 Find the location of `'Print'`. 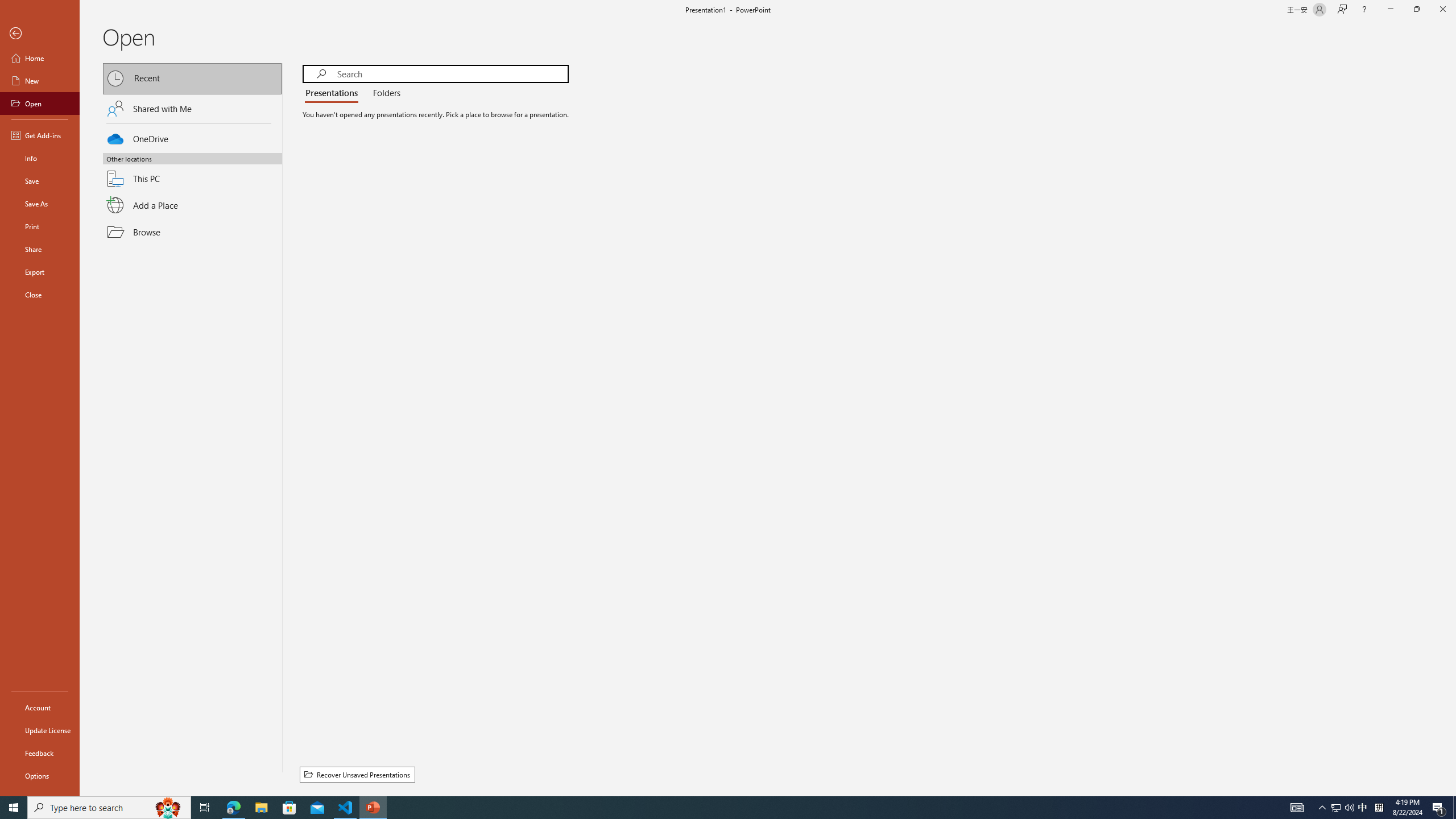

'Print' is located at coordinates (39, 226).